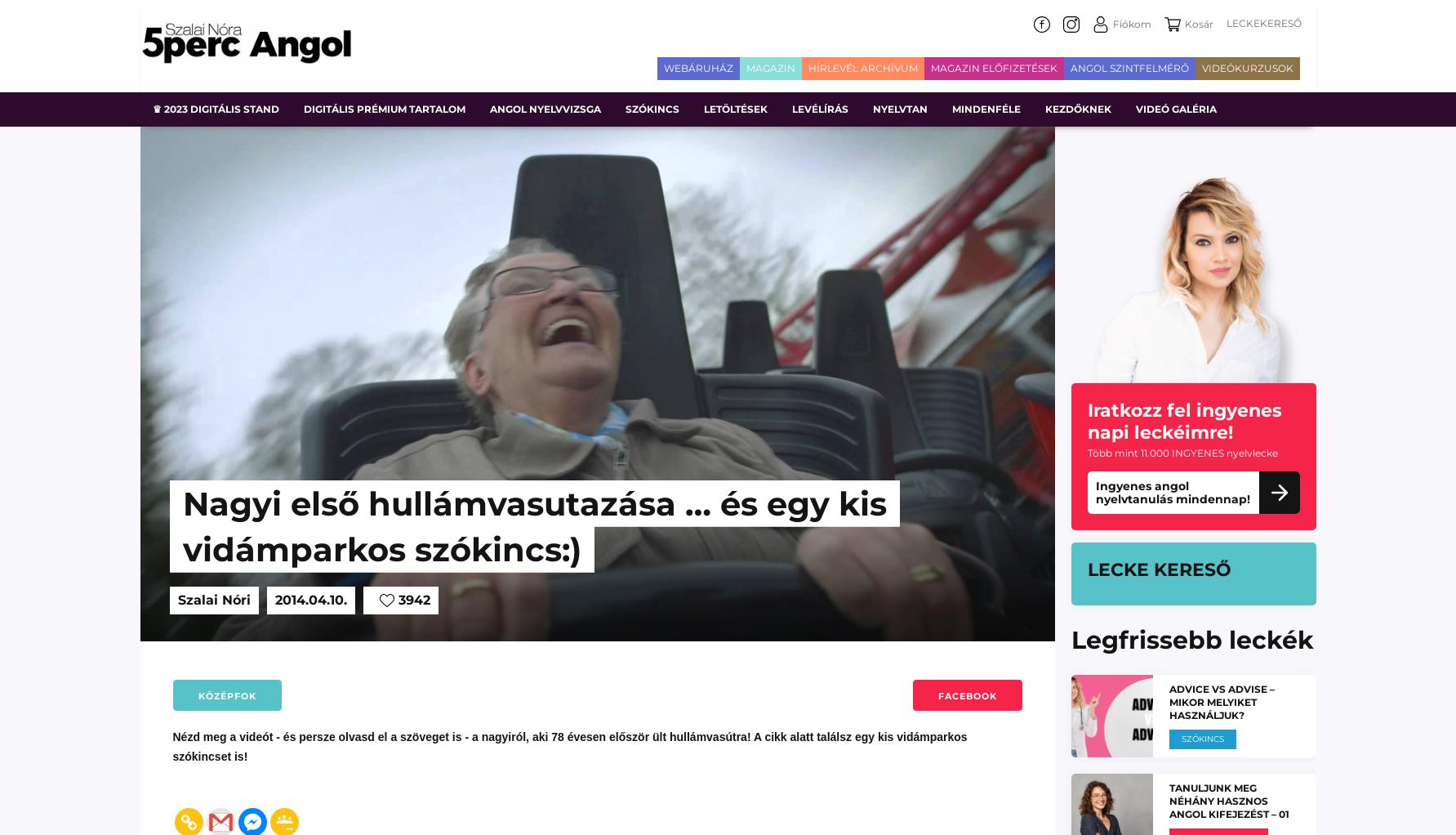 This screenshot has width=1456, height=835. I want to click on 'Szalai Nóri', so click(176, 599).